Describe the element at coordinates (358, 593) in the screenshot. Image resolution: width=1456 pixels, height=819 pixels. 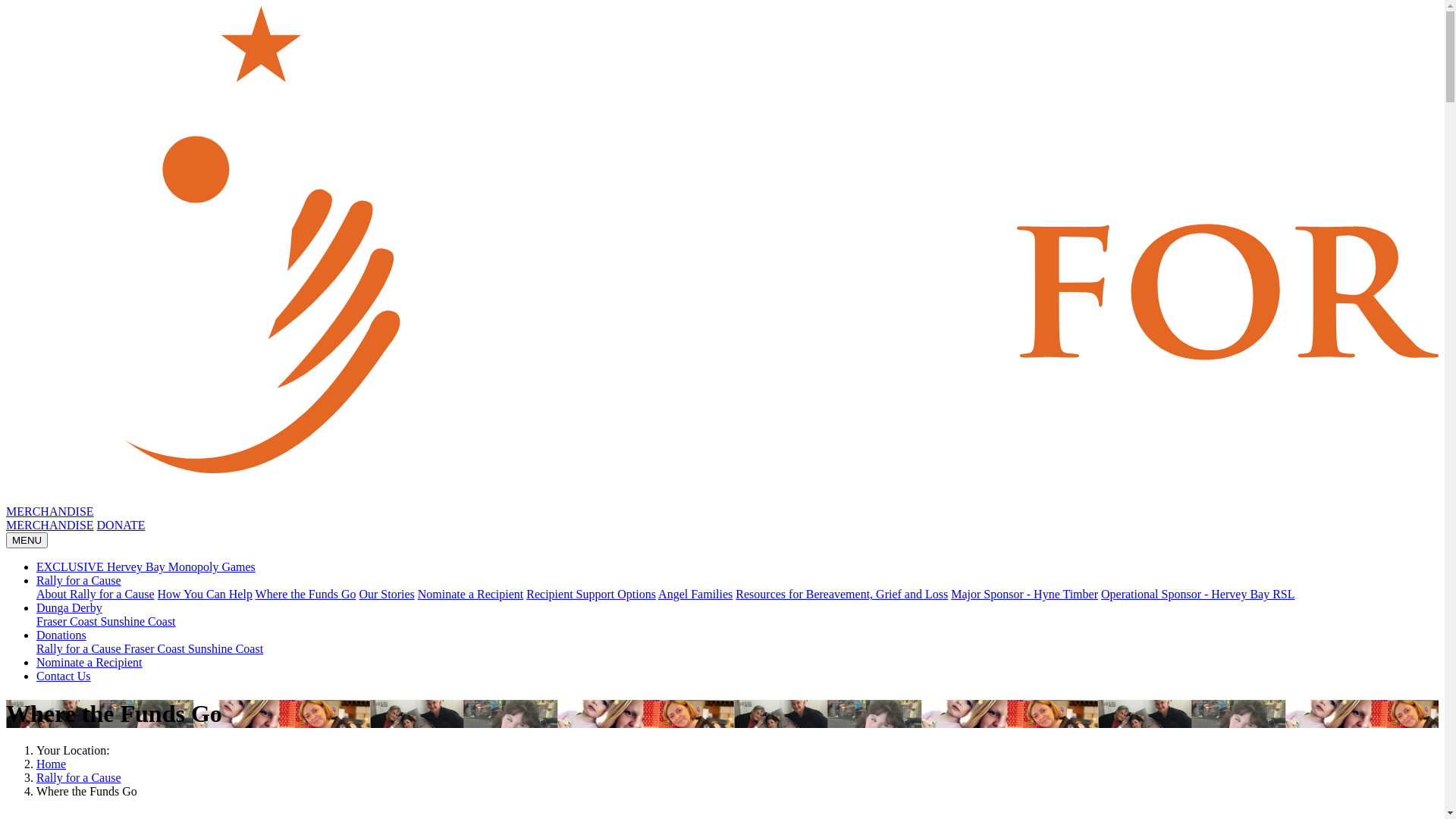
I see `'Our Stories'` at that location.